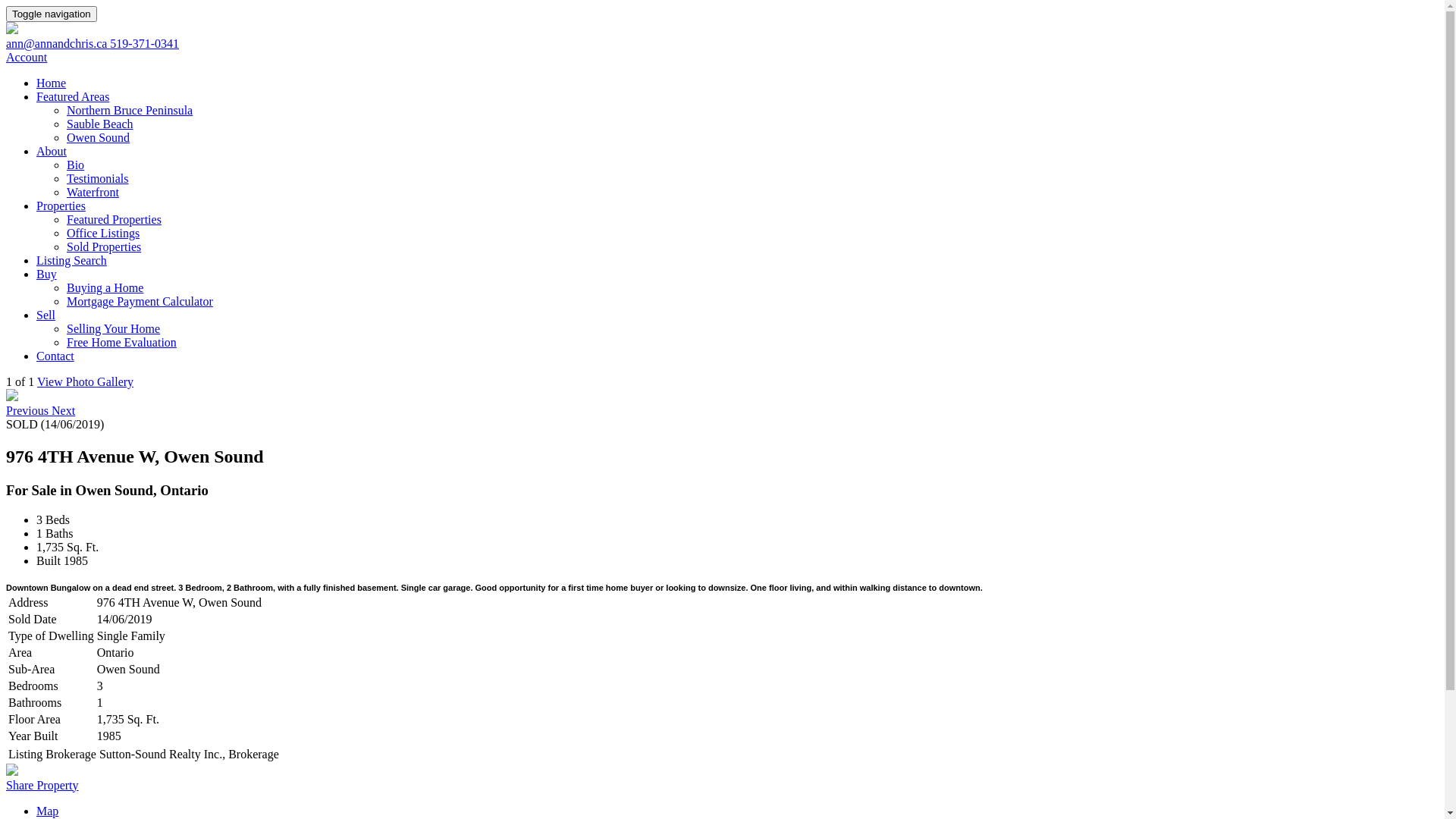 The height and width of the screenshot is (819, 1456). Describe the element at coordinates (36, 274) in the screenshot. I see `'Buy'` at that location.